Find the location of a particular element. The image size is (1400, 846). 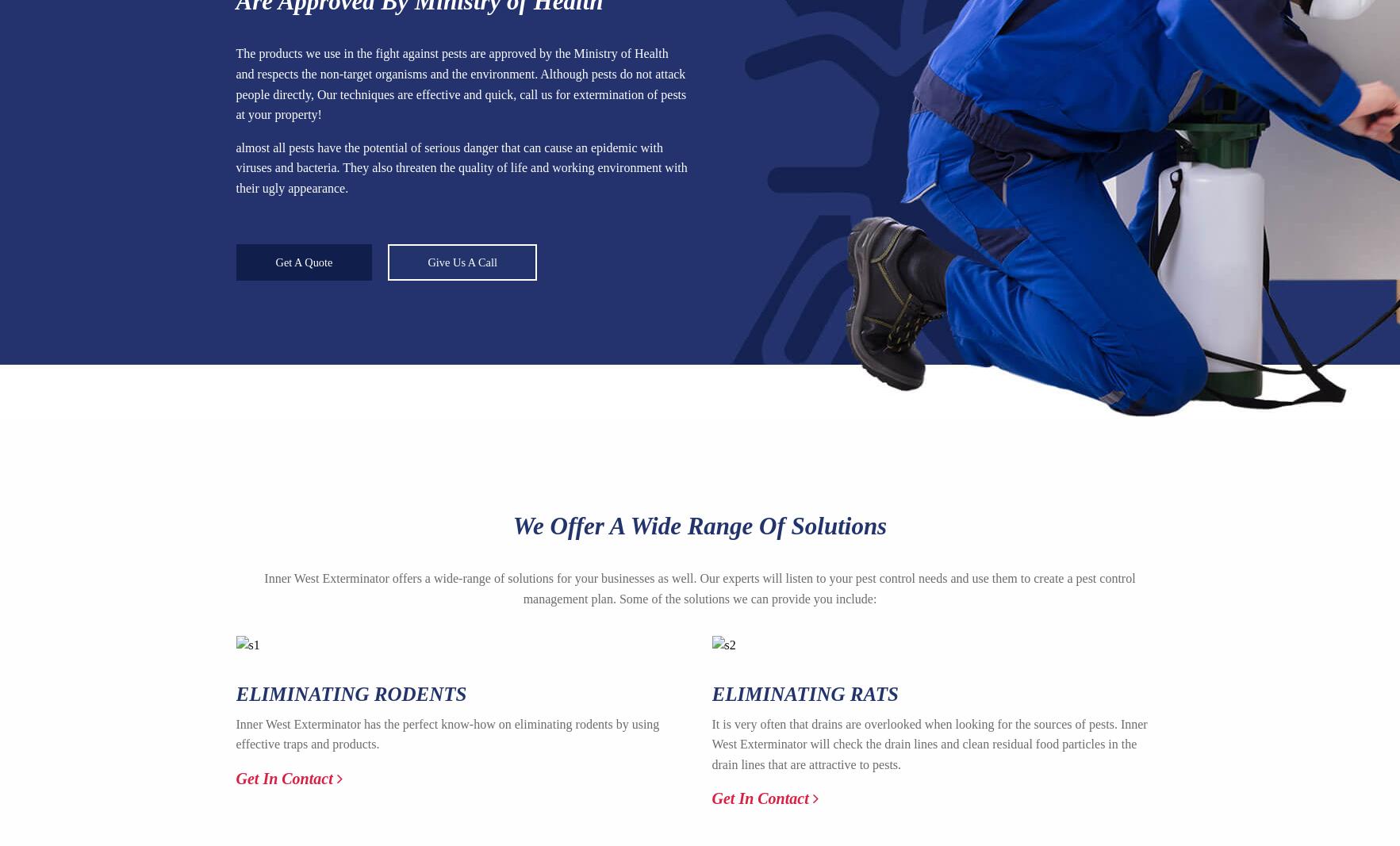

'Get A Quote' is located at coordinates (303, 262).